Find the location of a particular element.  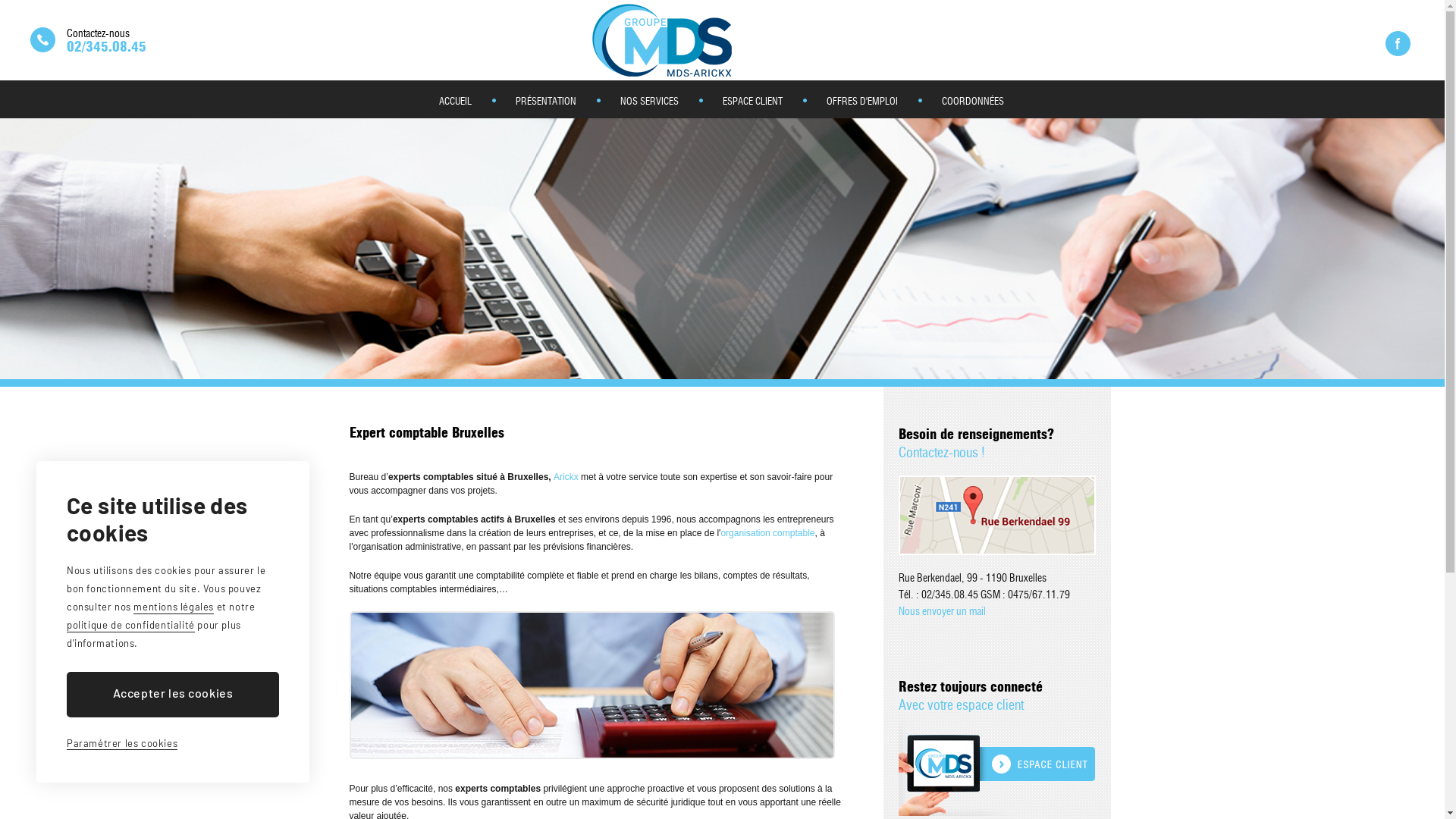

'Arickx' is located at coordinates (552, 475).